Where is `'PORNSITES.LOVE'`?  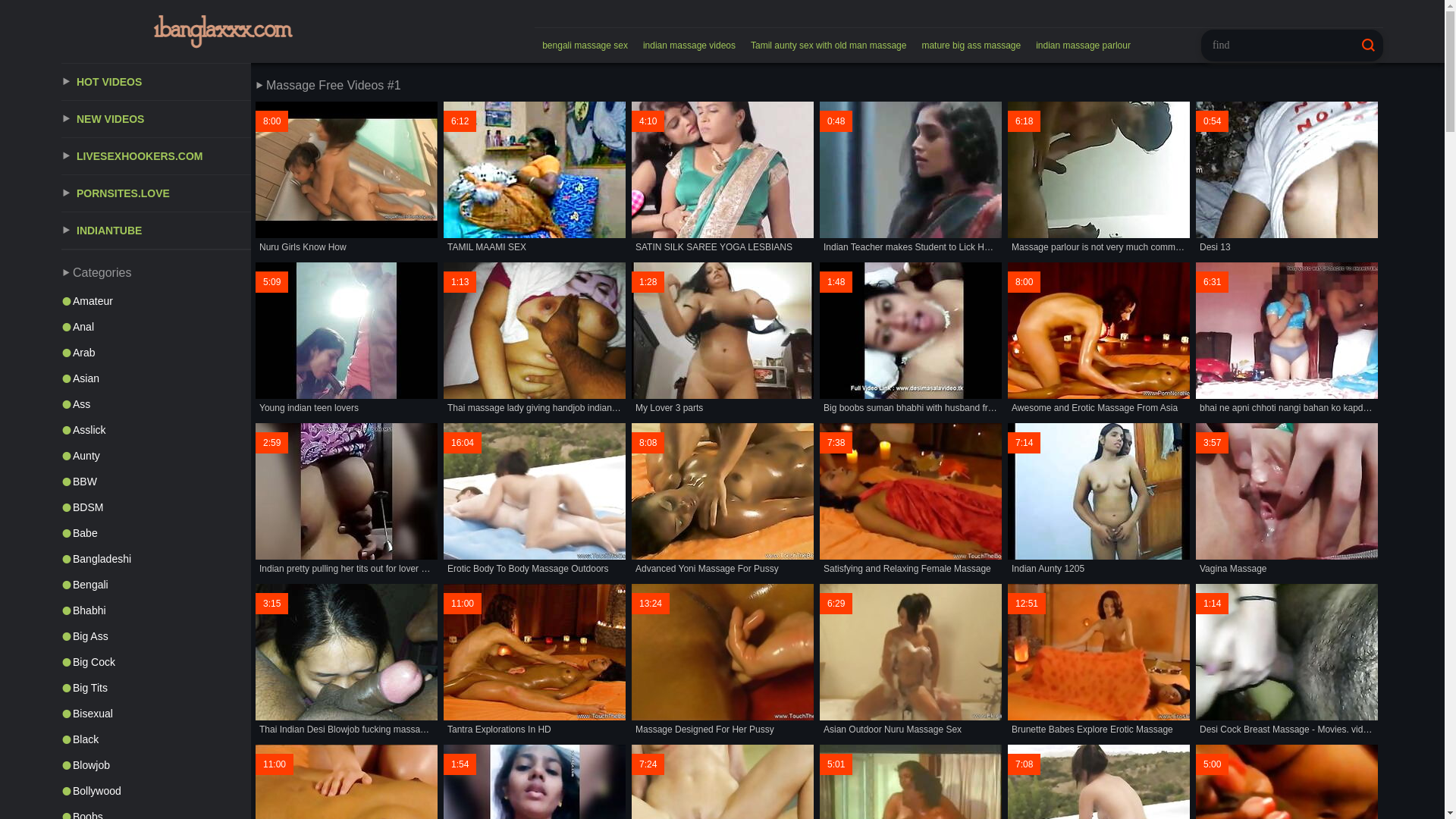
'PORNSITES.LOVE' is located at coordinates (156, 193).